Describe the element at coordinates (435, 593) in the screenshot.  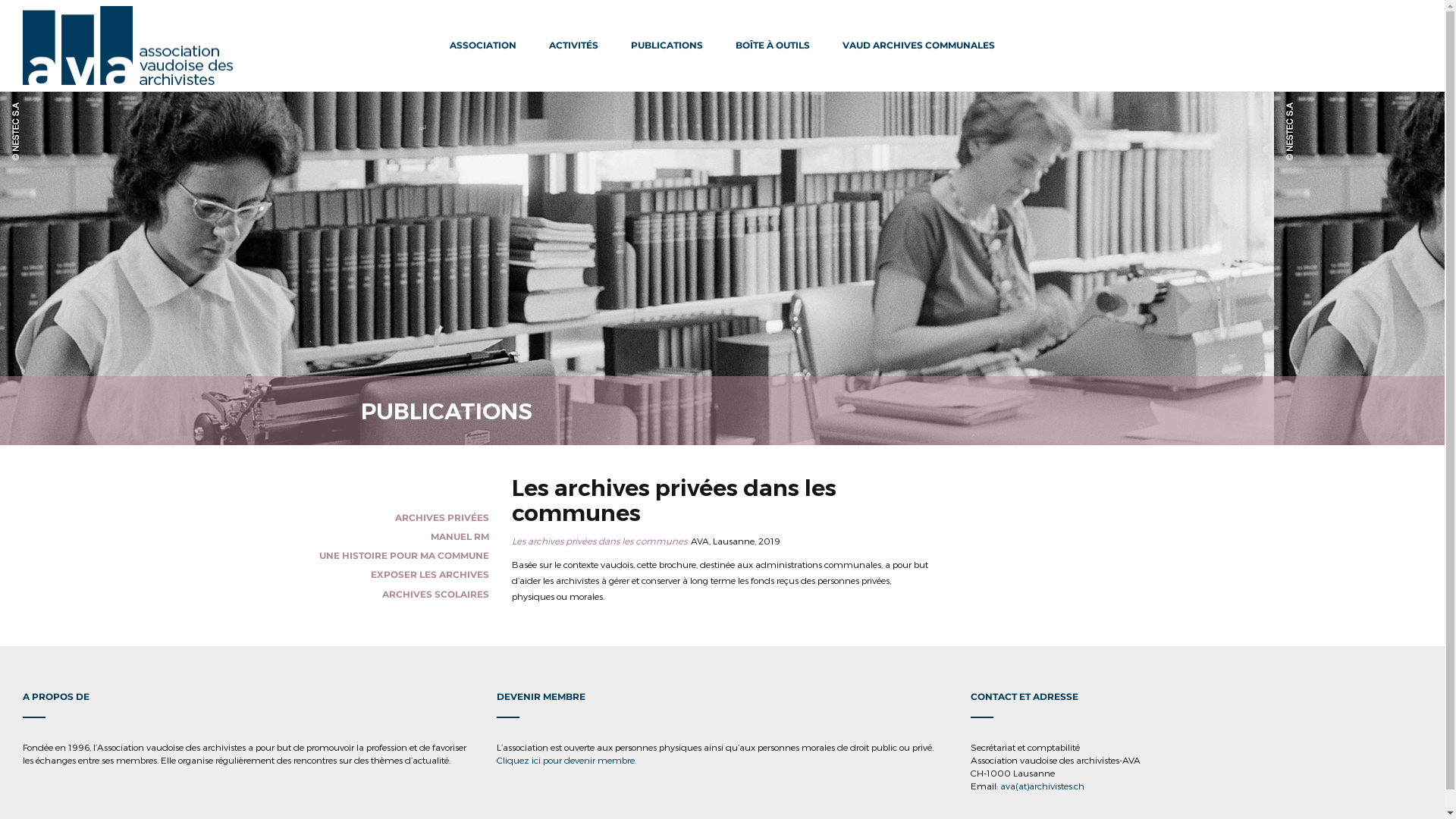
I see `'ARCHIVES SCOLAIRES'` at that location.